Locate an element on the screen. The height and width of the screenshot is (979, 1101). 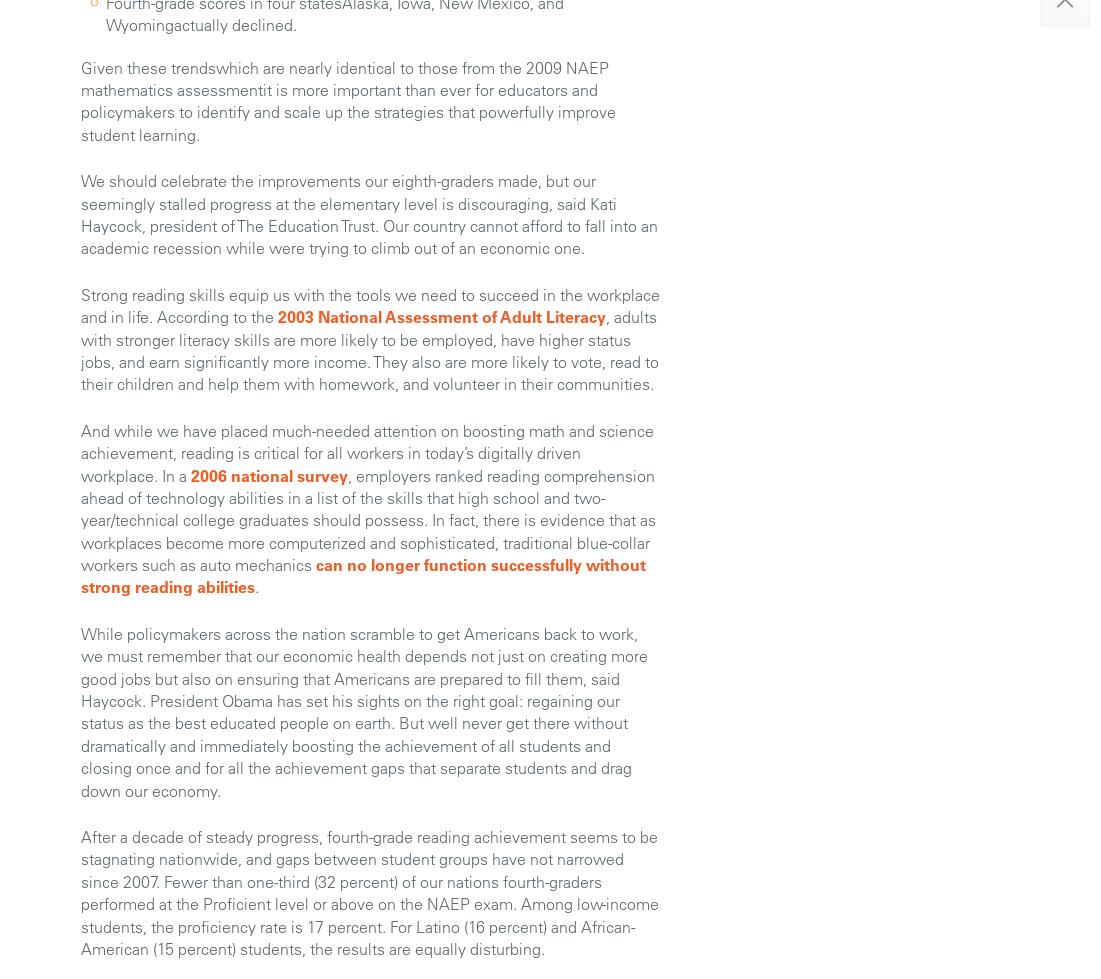
'can no longer function successfully without strong reading abilities' is located at coordinates (363, 575).